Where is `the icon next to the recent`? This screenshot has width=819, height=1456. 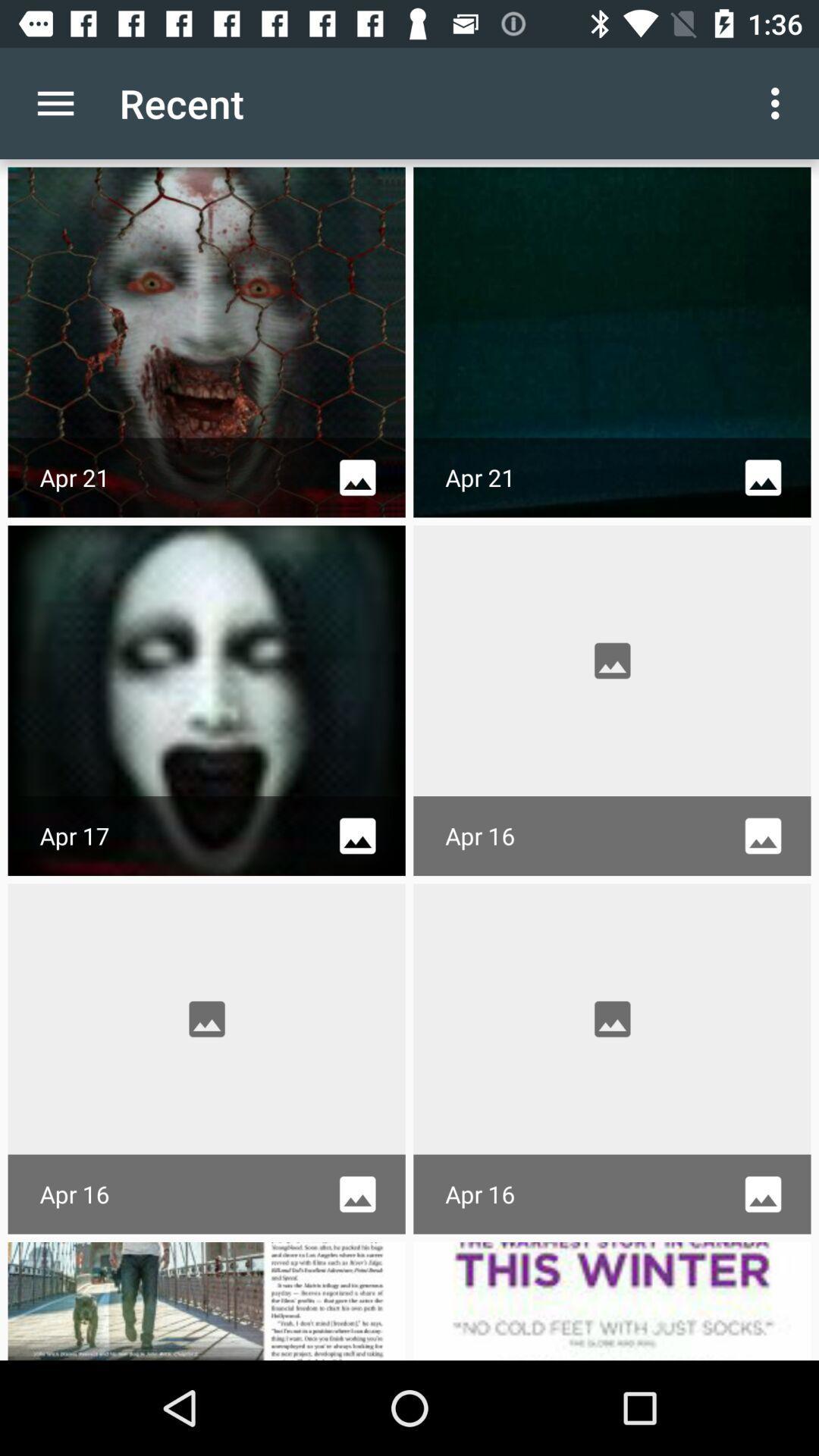
the icon next to the recent is located at coordinates (55, 102).